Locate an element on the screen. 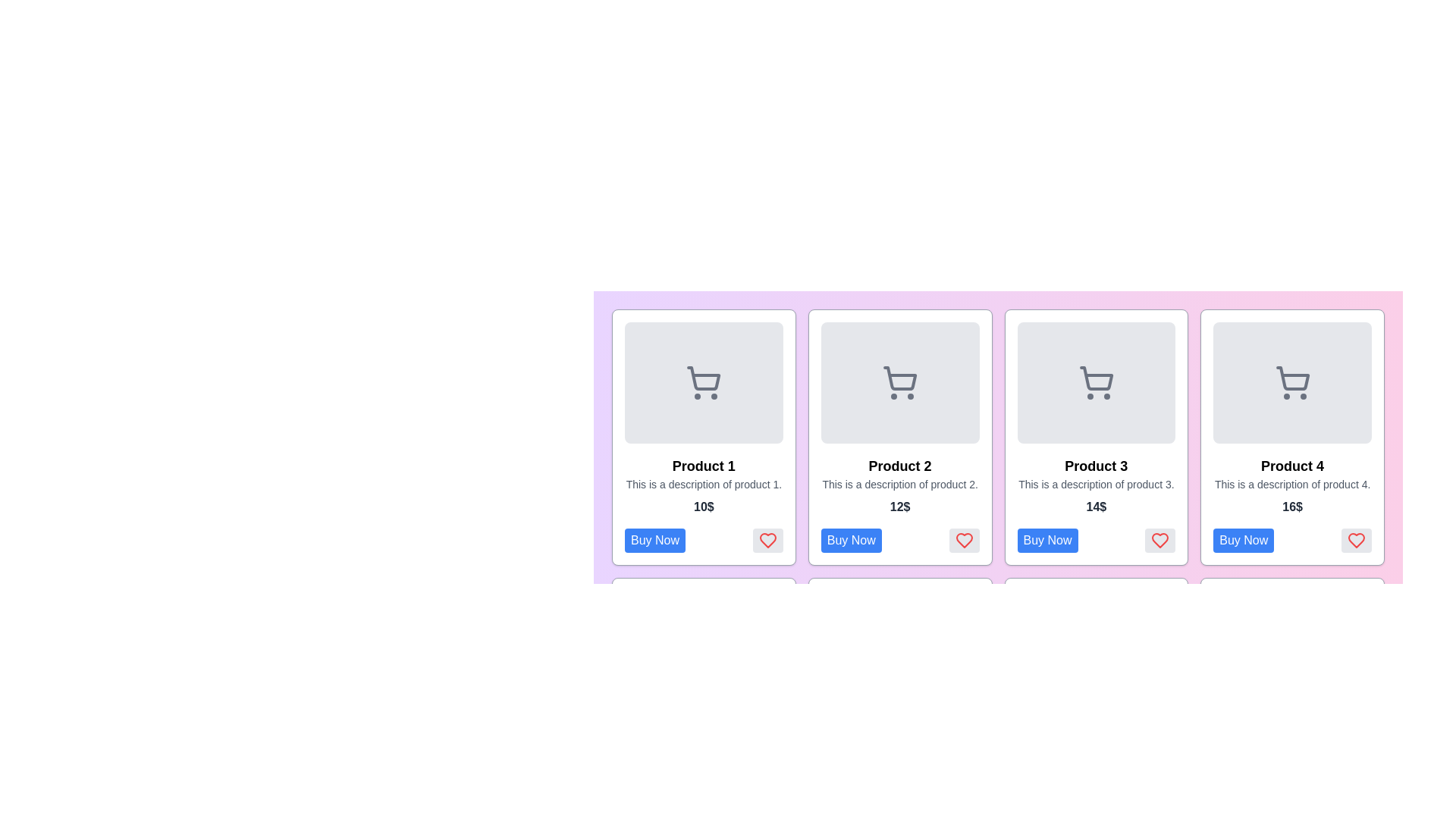 Image resolution: width=1456 pixels, height=819 pixels. the button located at the bottom-right side of the 'Product 4' card is located at coordinates (1291, 540).